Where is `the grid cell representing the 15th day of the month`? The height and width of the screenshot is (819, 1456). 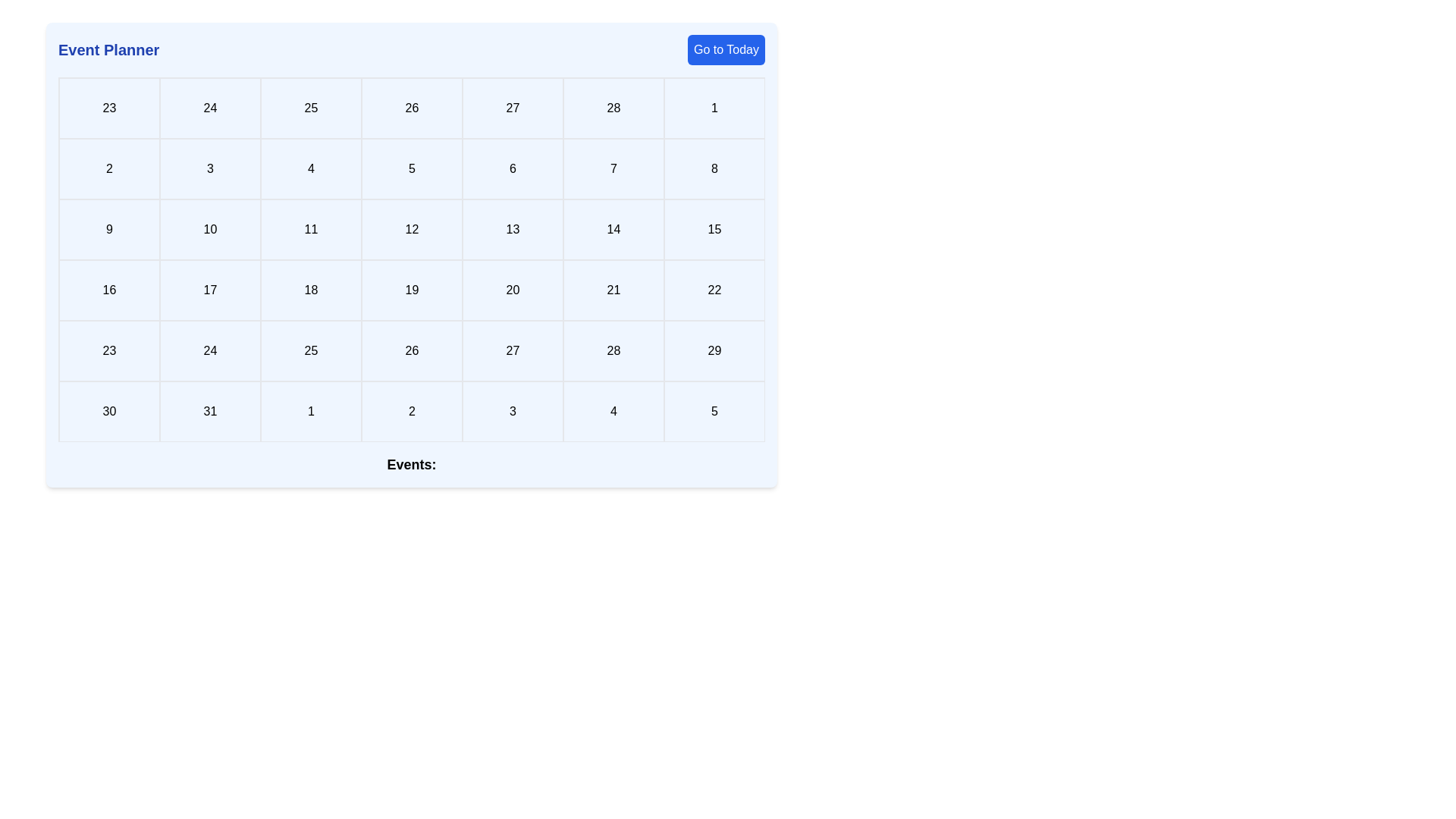 the grid cell representing the 15th day of the month is located at coordinates (714, 230).